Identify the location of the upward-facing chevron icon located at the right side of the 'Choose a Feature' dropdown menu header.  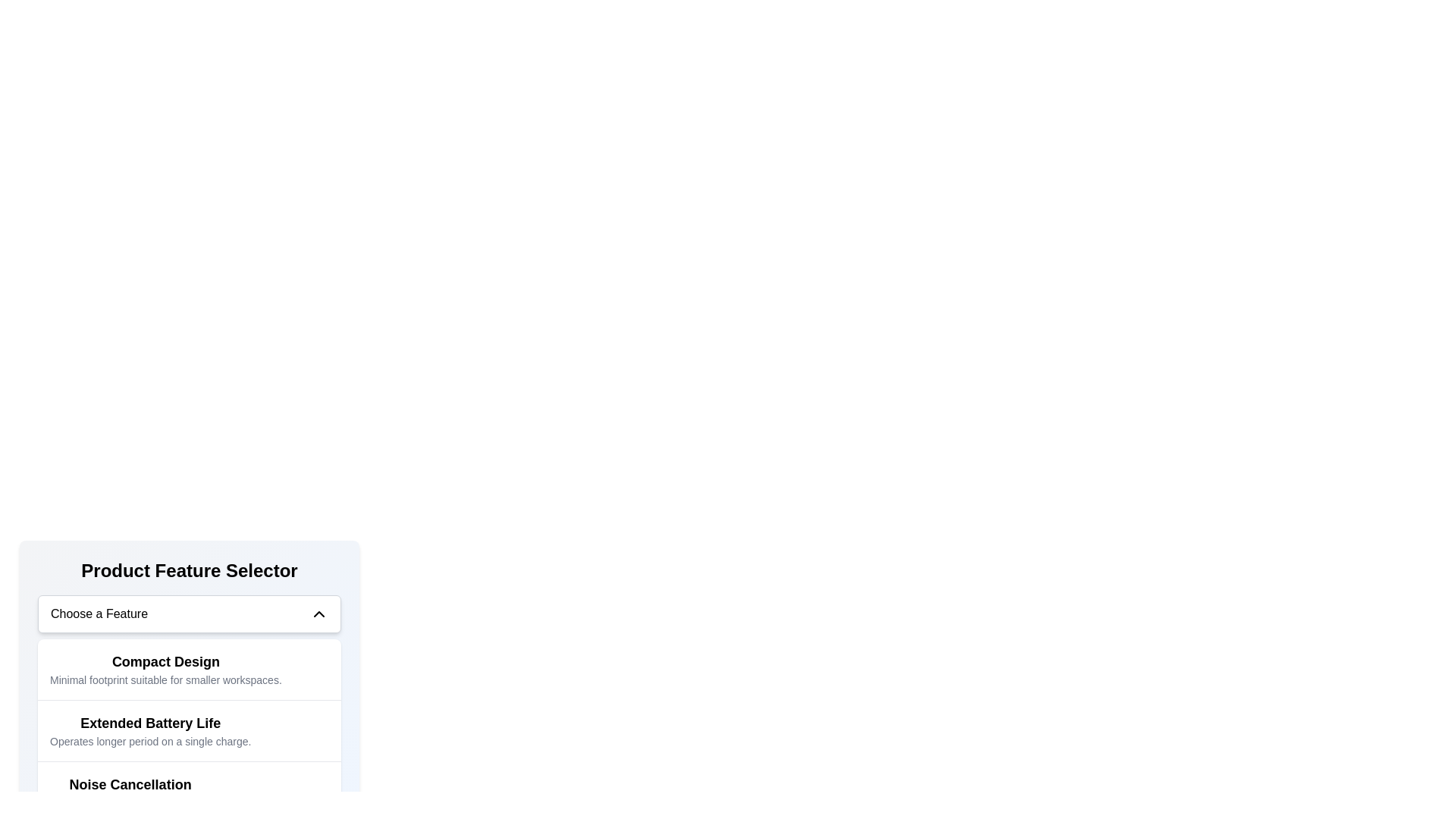
(318, 614).